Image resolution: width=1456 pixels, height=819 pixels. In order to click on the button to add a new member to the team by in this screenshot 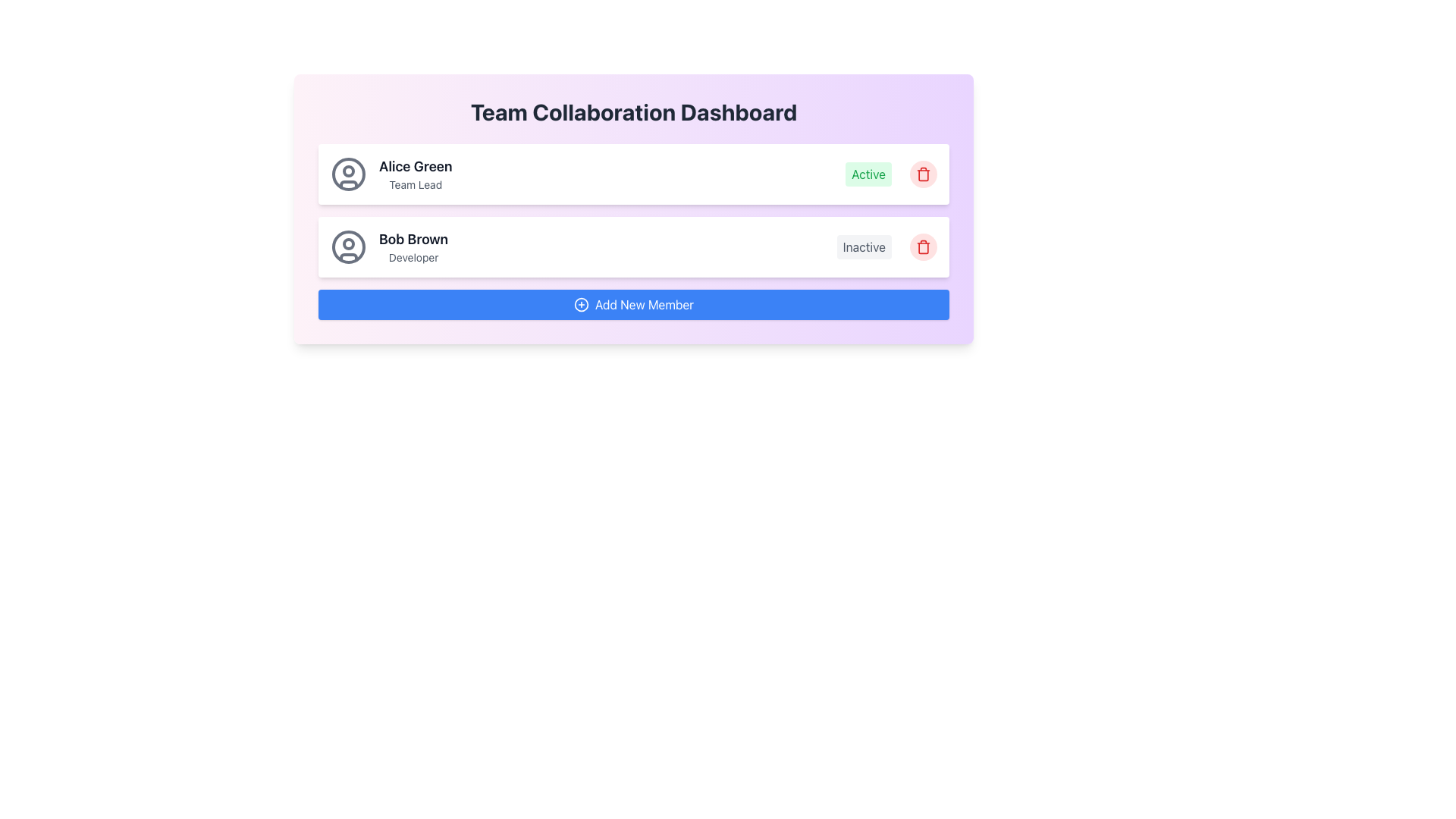, I will do `click(633, 304)`.